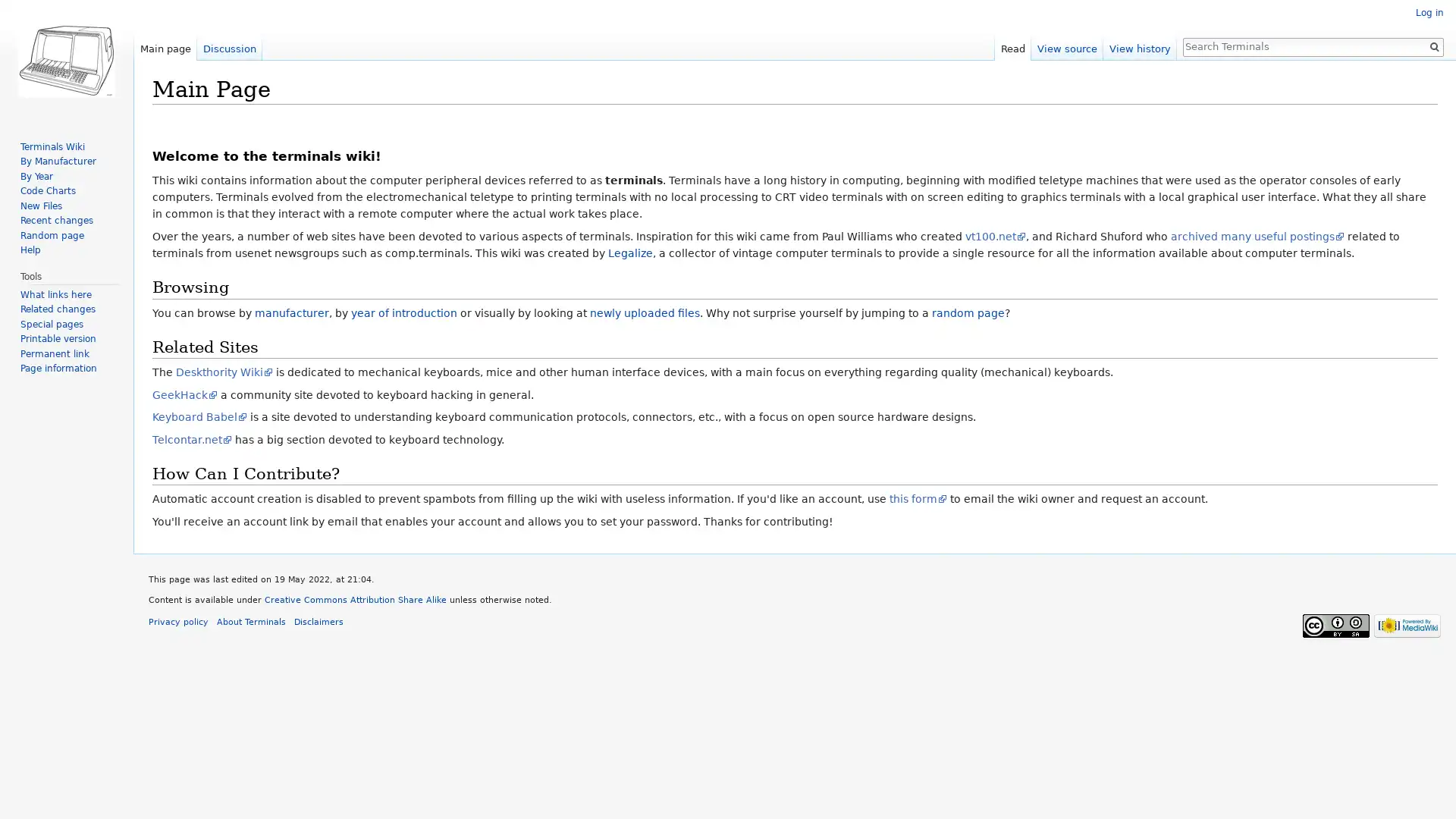 This screenshot has width=1456, height=819. I want to click on Go, so click(1433, 45).